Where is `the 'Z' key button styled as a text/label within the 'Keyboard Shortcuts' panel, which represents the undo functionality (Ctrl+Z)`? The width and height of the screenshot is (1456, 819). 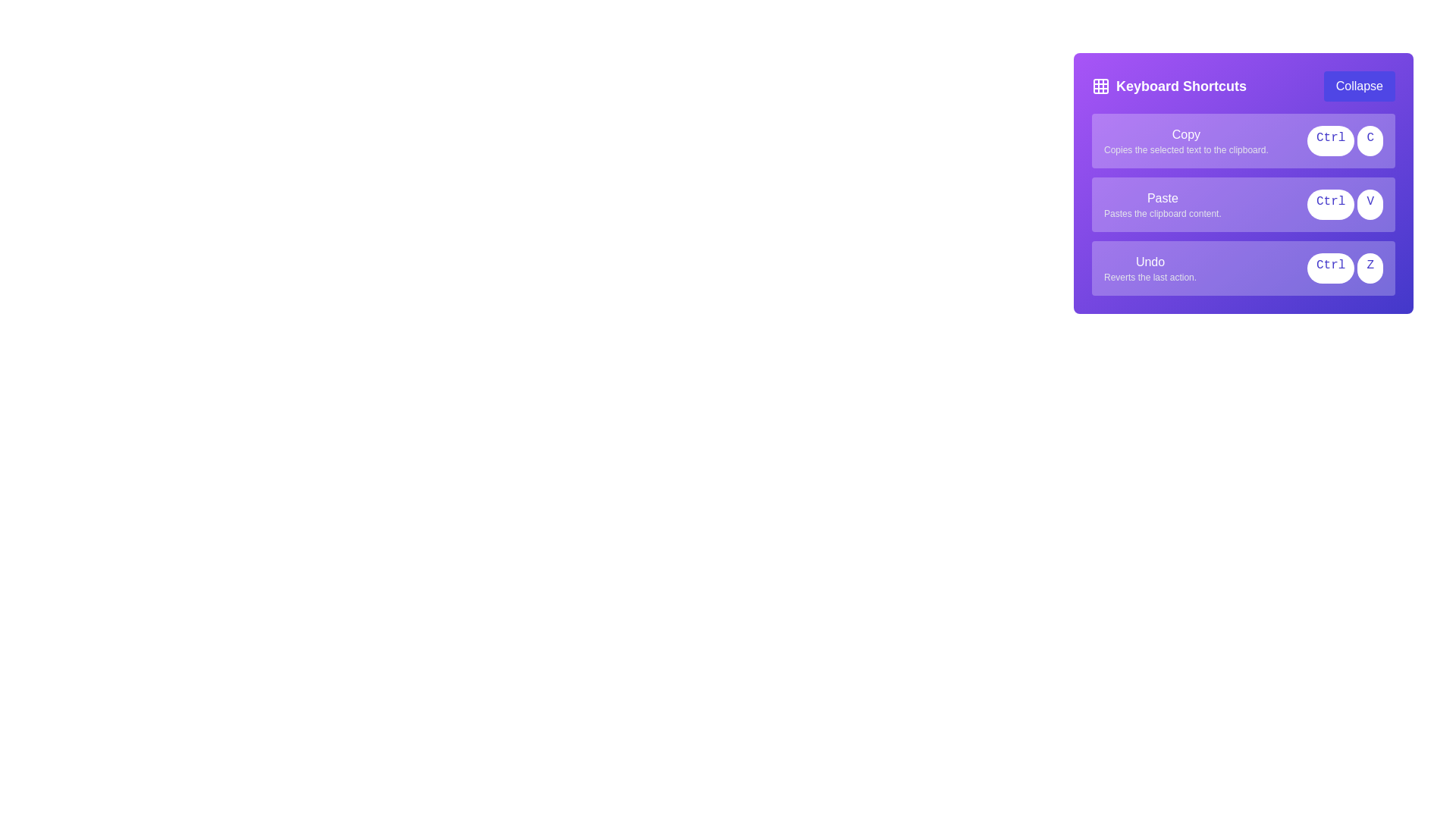
the 'Z' key button styled as a text/label within the 'Keyboard Shortcuts' panel, which represents the undo functionality (Ctrl+Z) is located at coordinates (1370, 268).